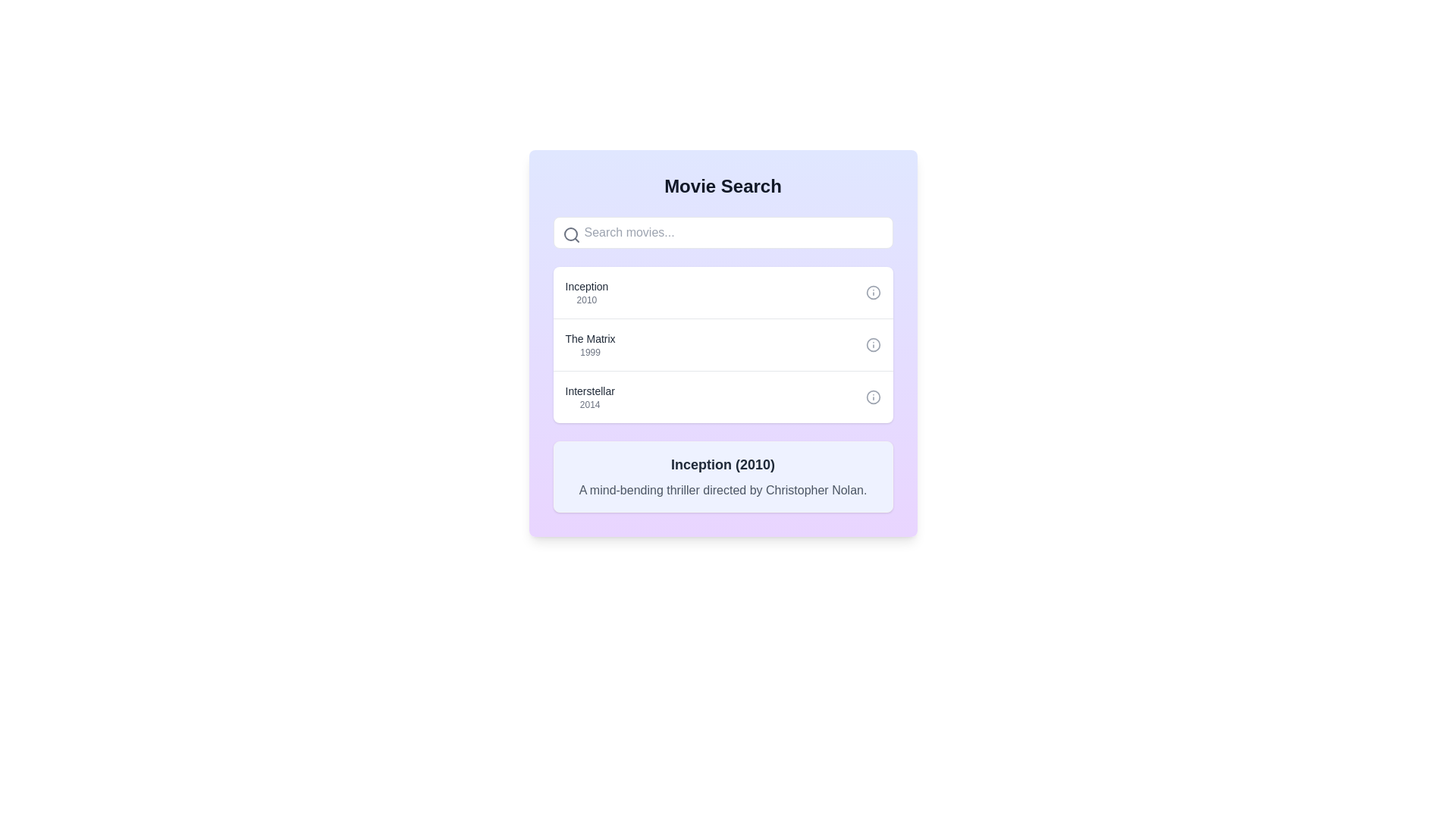 This screenshot has width=1456, height=819. Describe the element at coordinates (873, 345) in the screenshot. I see `the informational indicator icon located to the far right of the row associated with 'The Matrix' (1999)` at that location.